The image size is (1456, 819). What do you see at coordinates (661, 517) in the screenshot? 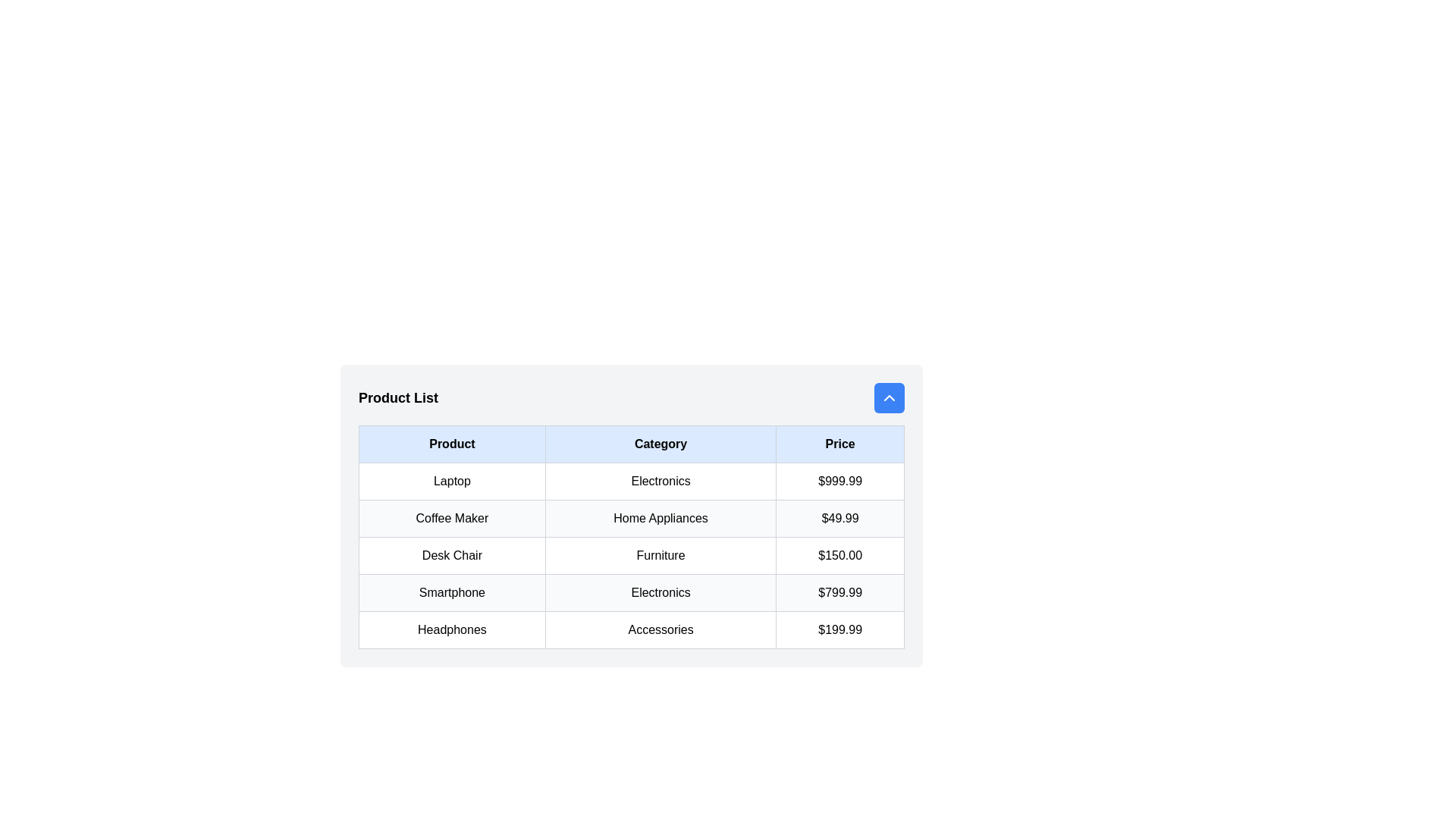
I see `text label that says 'Home Appliances' located in the second cell of the 'Category' column in the table, bordered with a gray line` at bounding box center [661, 517].